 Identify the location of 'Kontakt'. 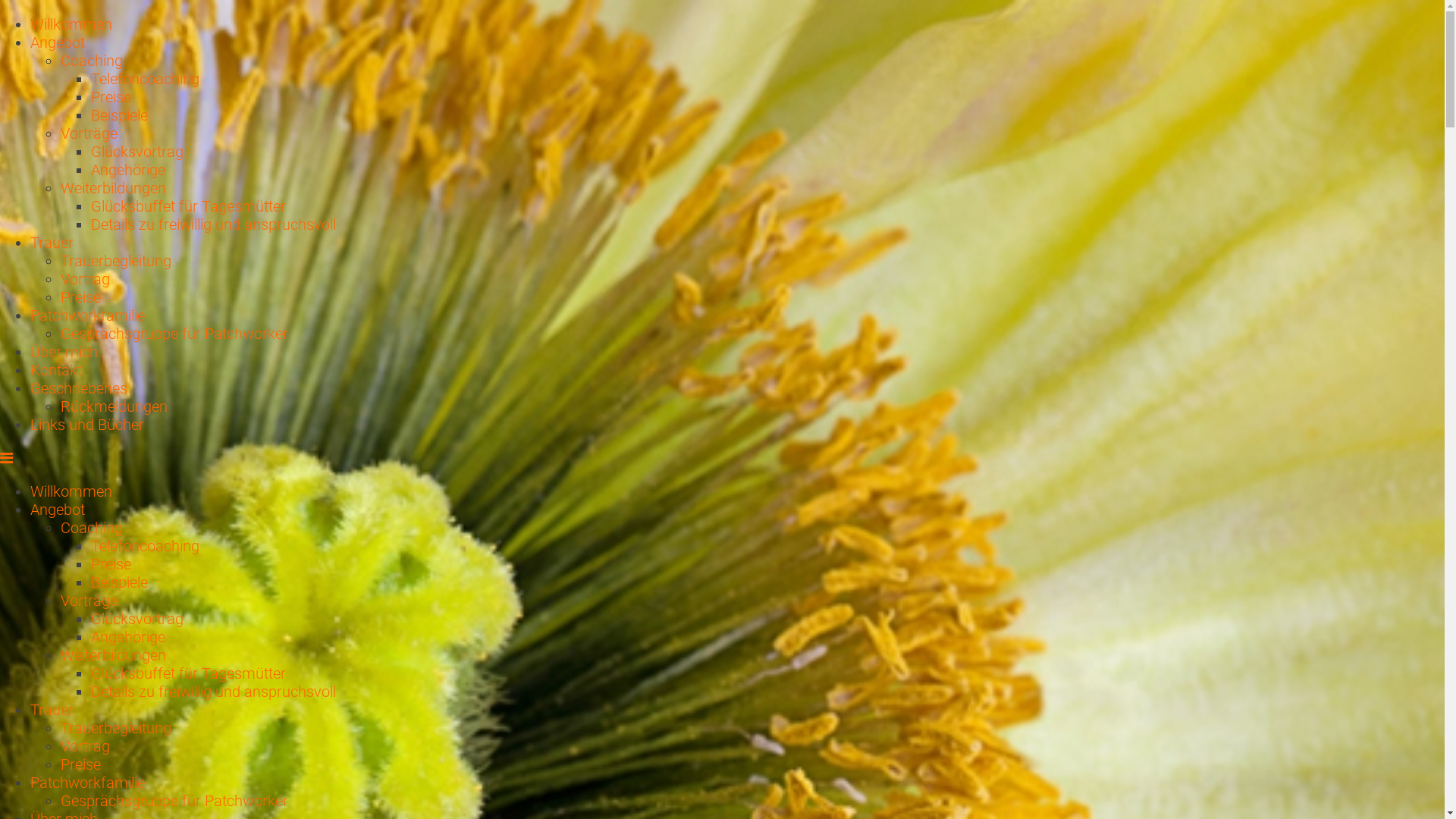
(55, 370).